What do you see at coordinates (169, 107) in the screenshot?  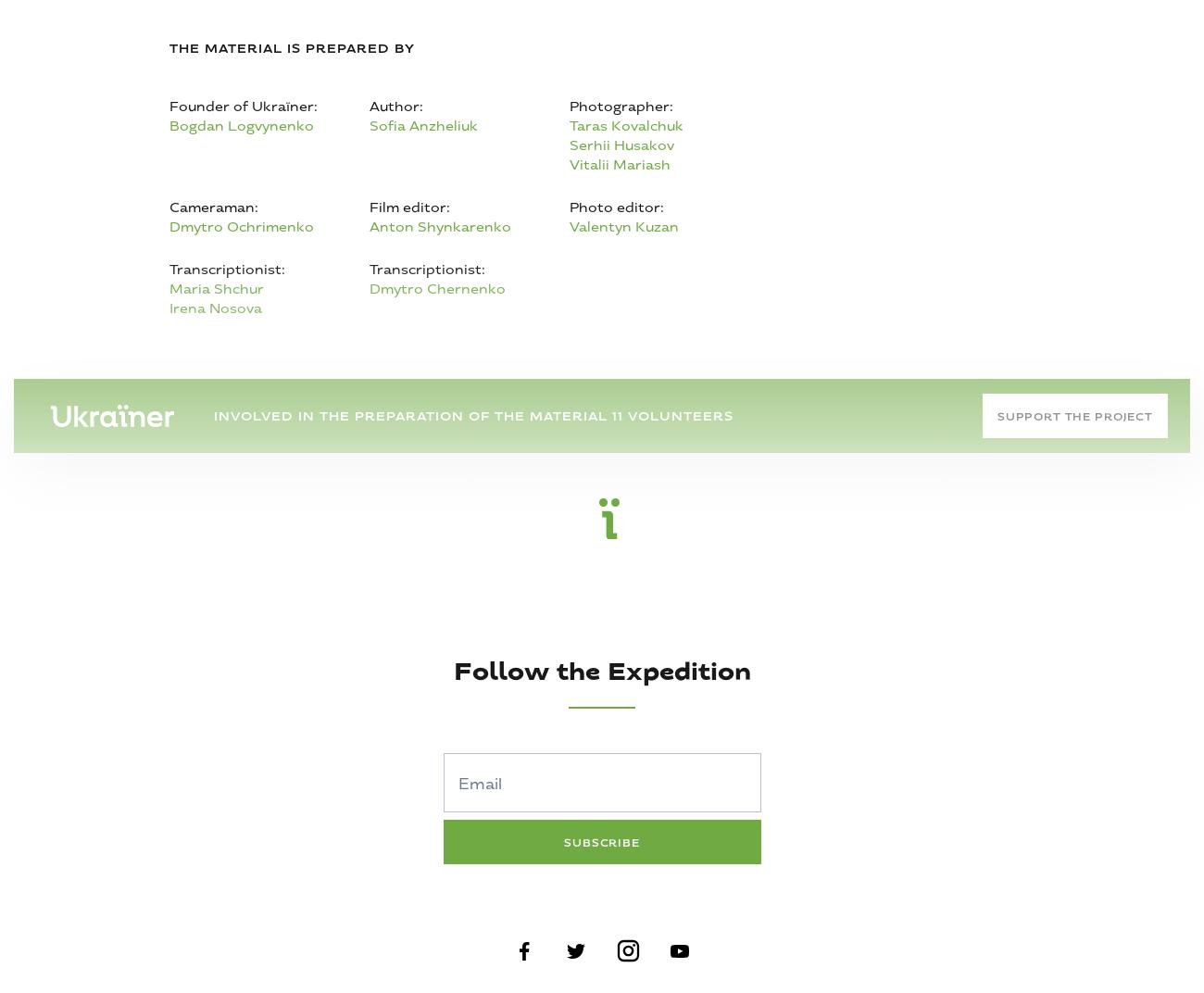 I see `'Founder of Ukraїner:'` at bounding box center [169, 107].